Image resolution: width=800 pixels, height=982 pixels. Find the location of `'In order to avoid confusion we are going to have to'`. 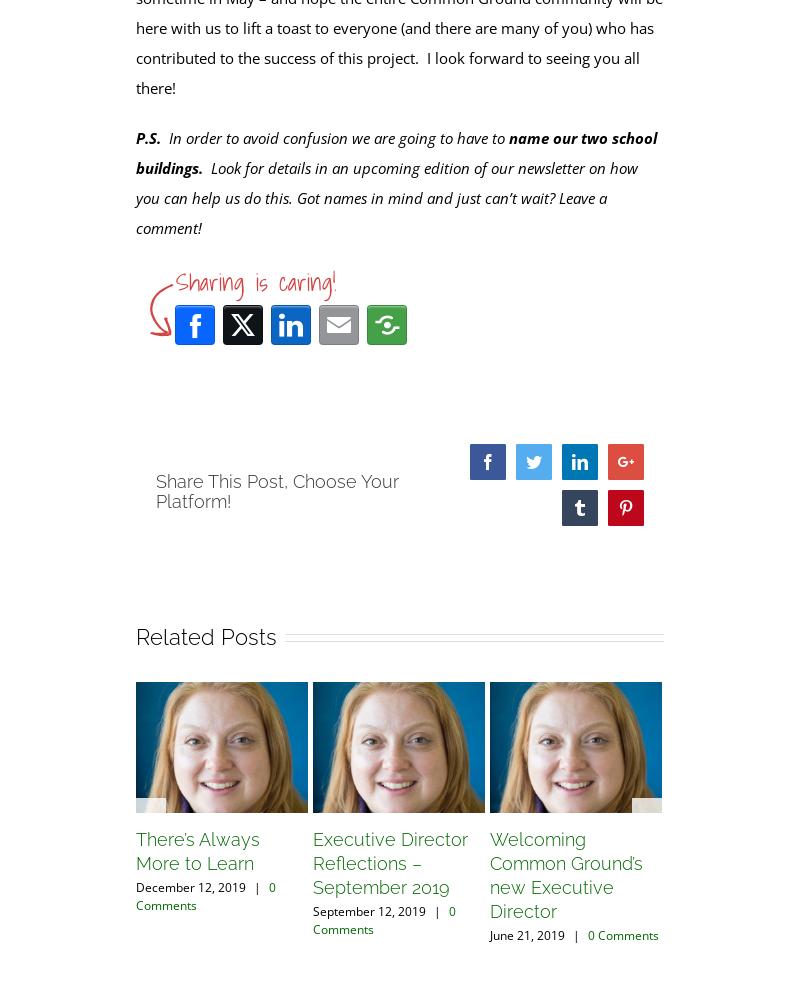

'In order to avoid confusion we are going to have to' is located at coordinates (335, 135).